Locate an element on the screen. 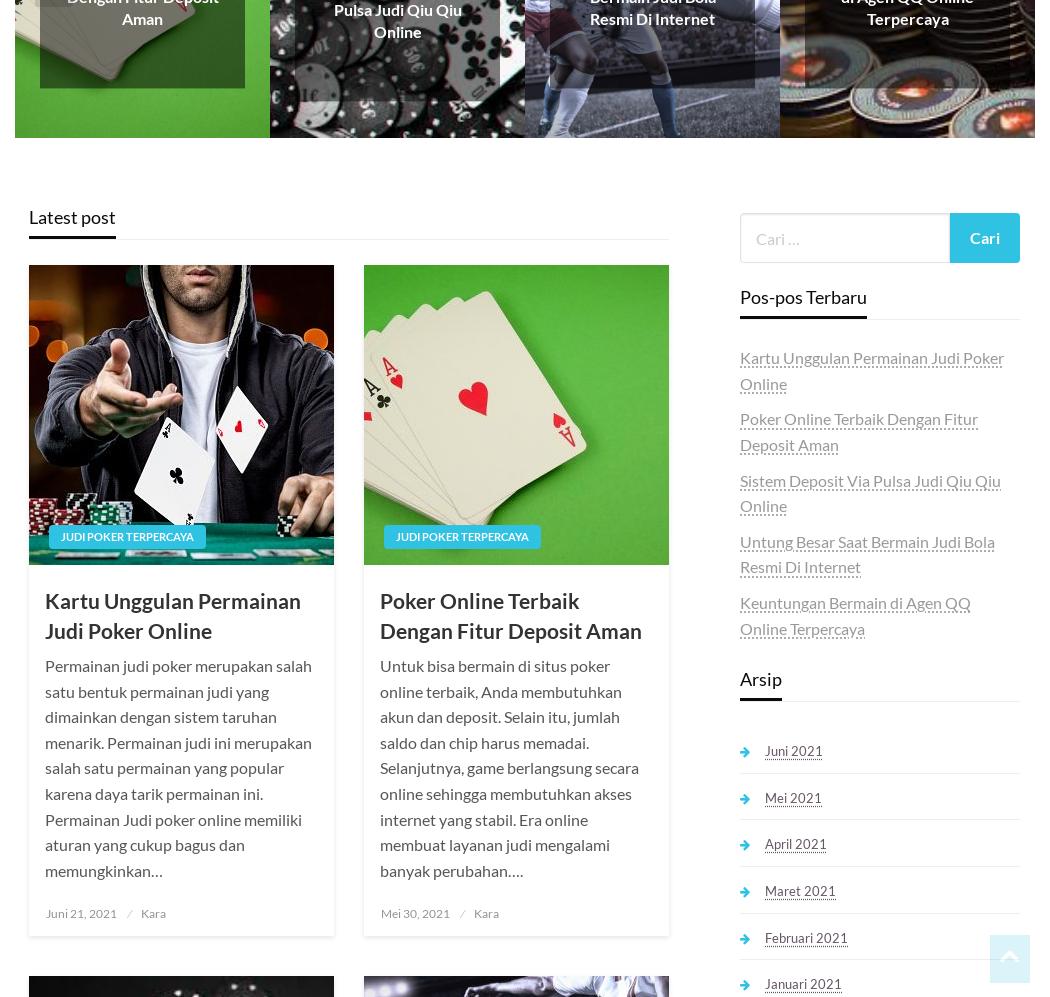 The width and height of the screenshot is (1050, 997). 'Mei 2021' is located at coordinates (765, 796).